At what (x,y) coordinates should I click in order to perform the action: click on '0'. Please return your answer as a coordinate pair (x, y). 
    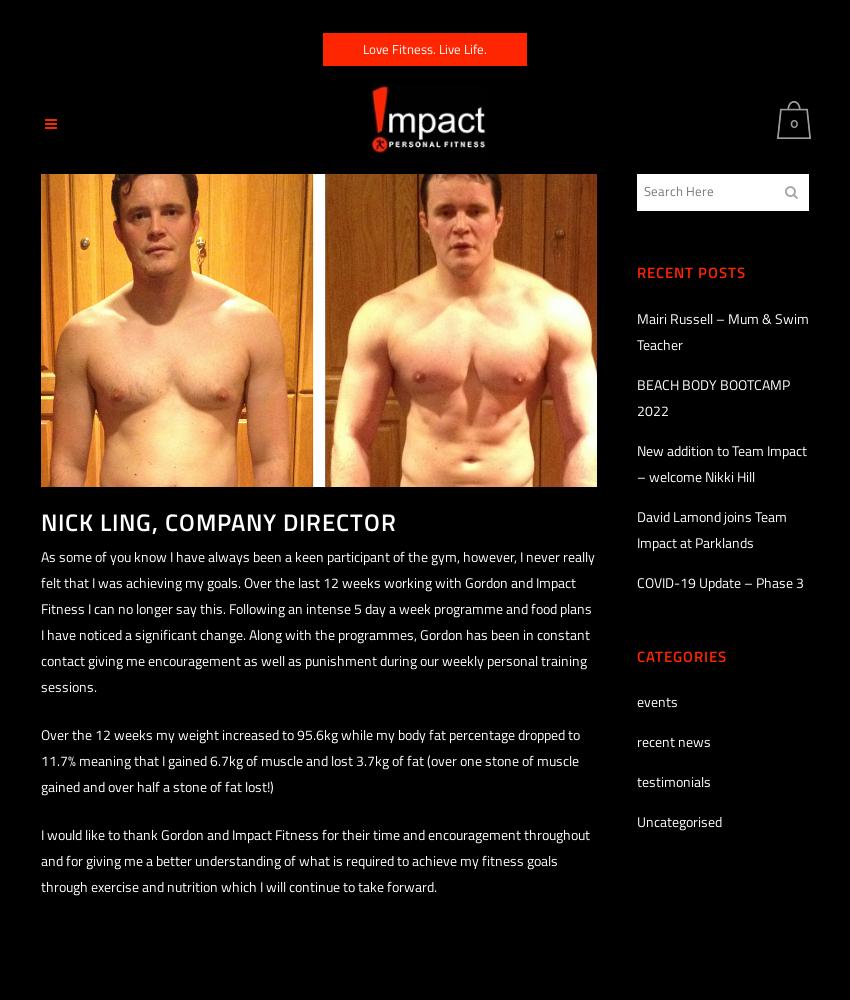
    Looking at the image, I should click on (792, 122).